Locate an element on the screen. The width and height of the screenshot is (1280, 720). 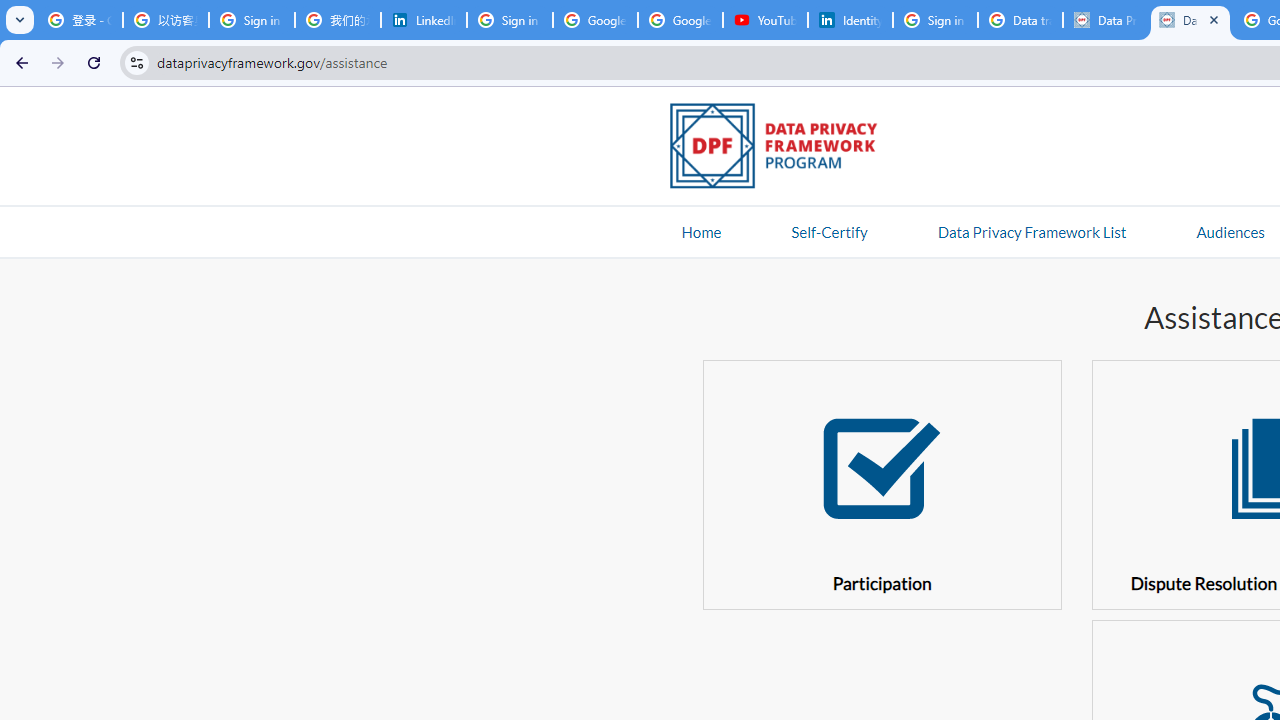
'Data Privacy Framework List' is located at coordinates (1031, 230).